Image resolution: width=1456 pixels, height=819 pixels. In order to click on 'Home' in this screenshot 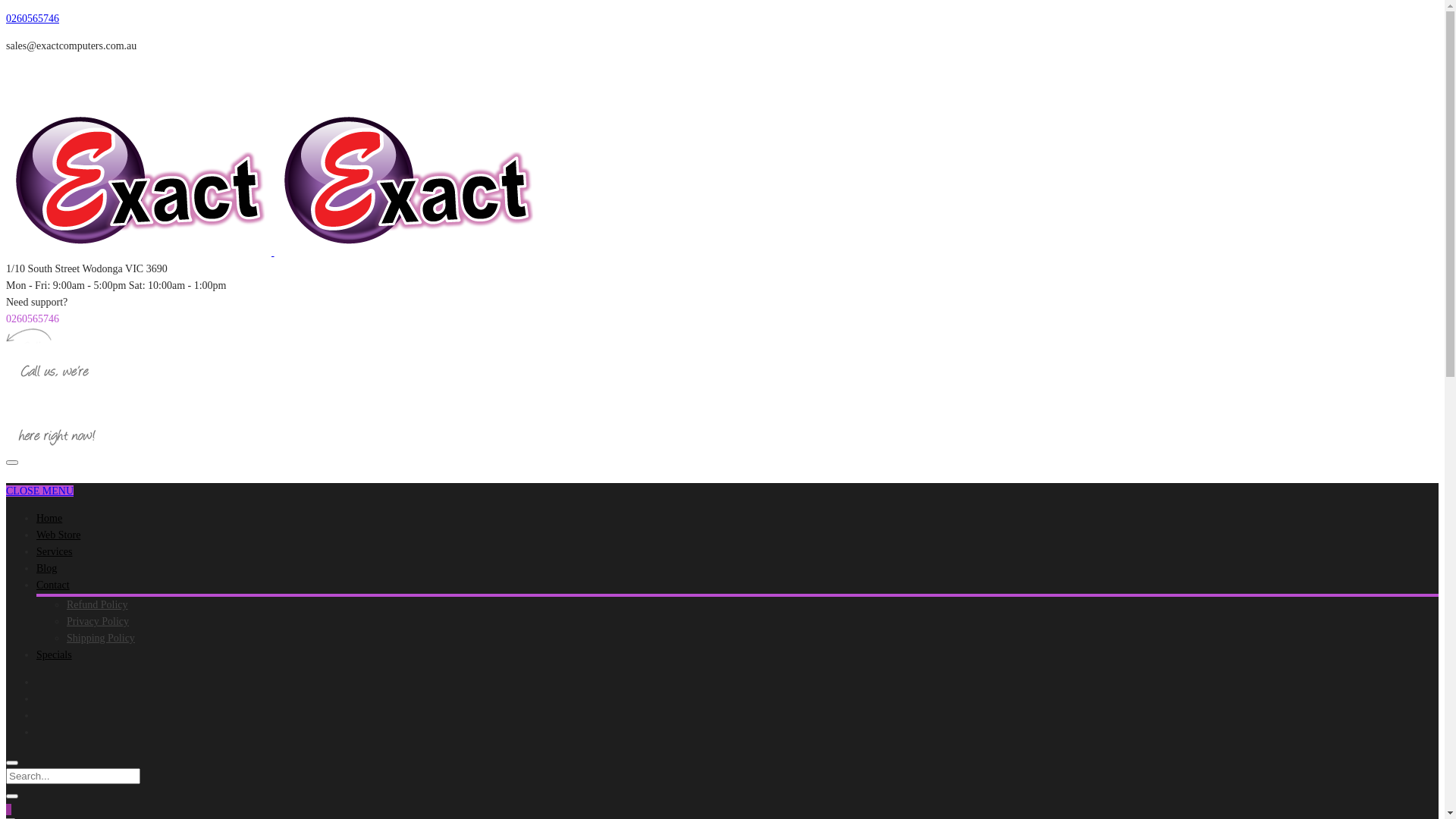, I will do `click(49, 517)`.